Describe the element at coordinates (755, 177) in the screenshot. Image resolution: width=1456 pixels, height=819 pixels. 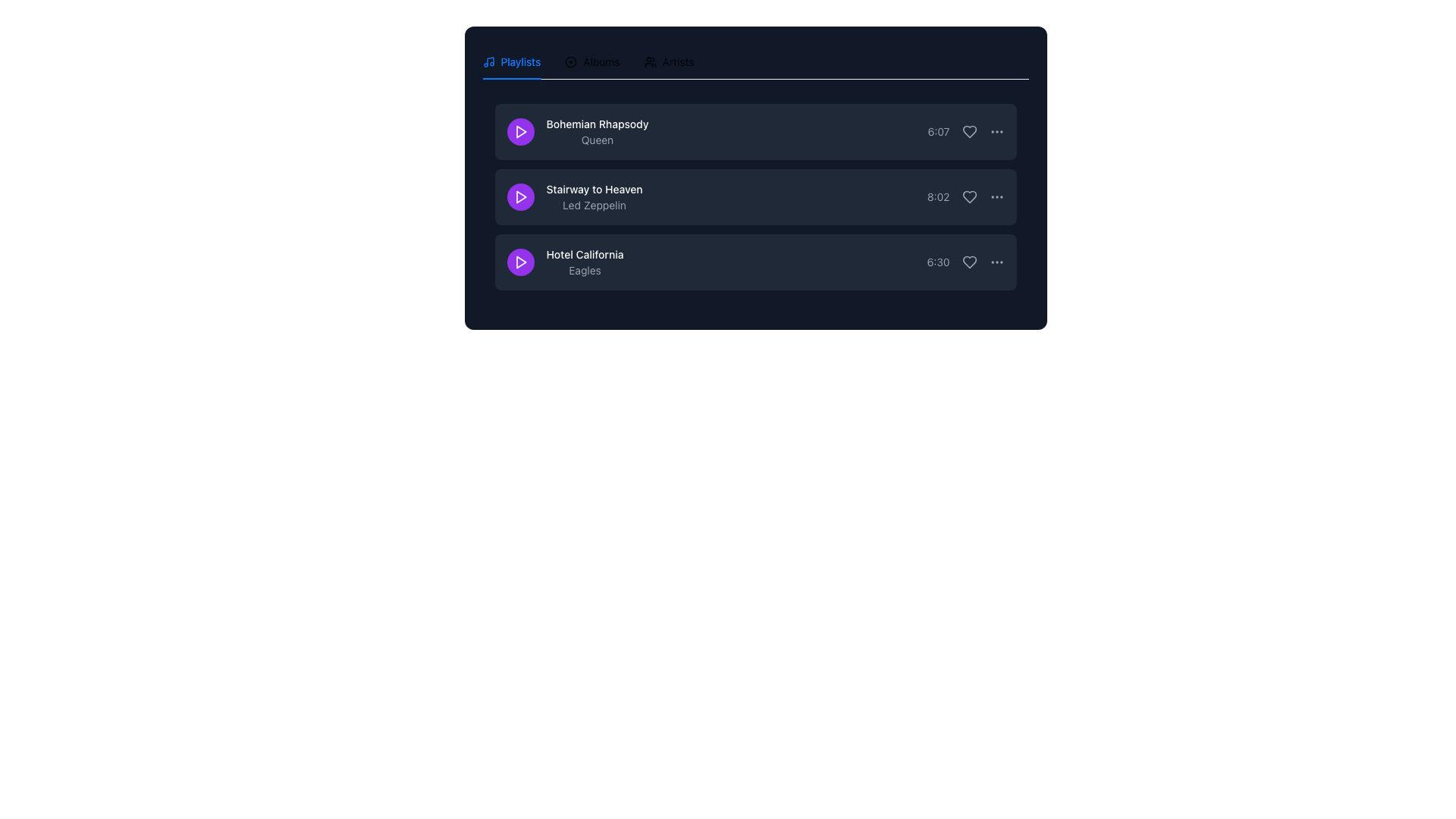
I see `the second song card in the playlist, which represents a song item` at that location.